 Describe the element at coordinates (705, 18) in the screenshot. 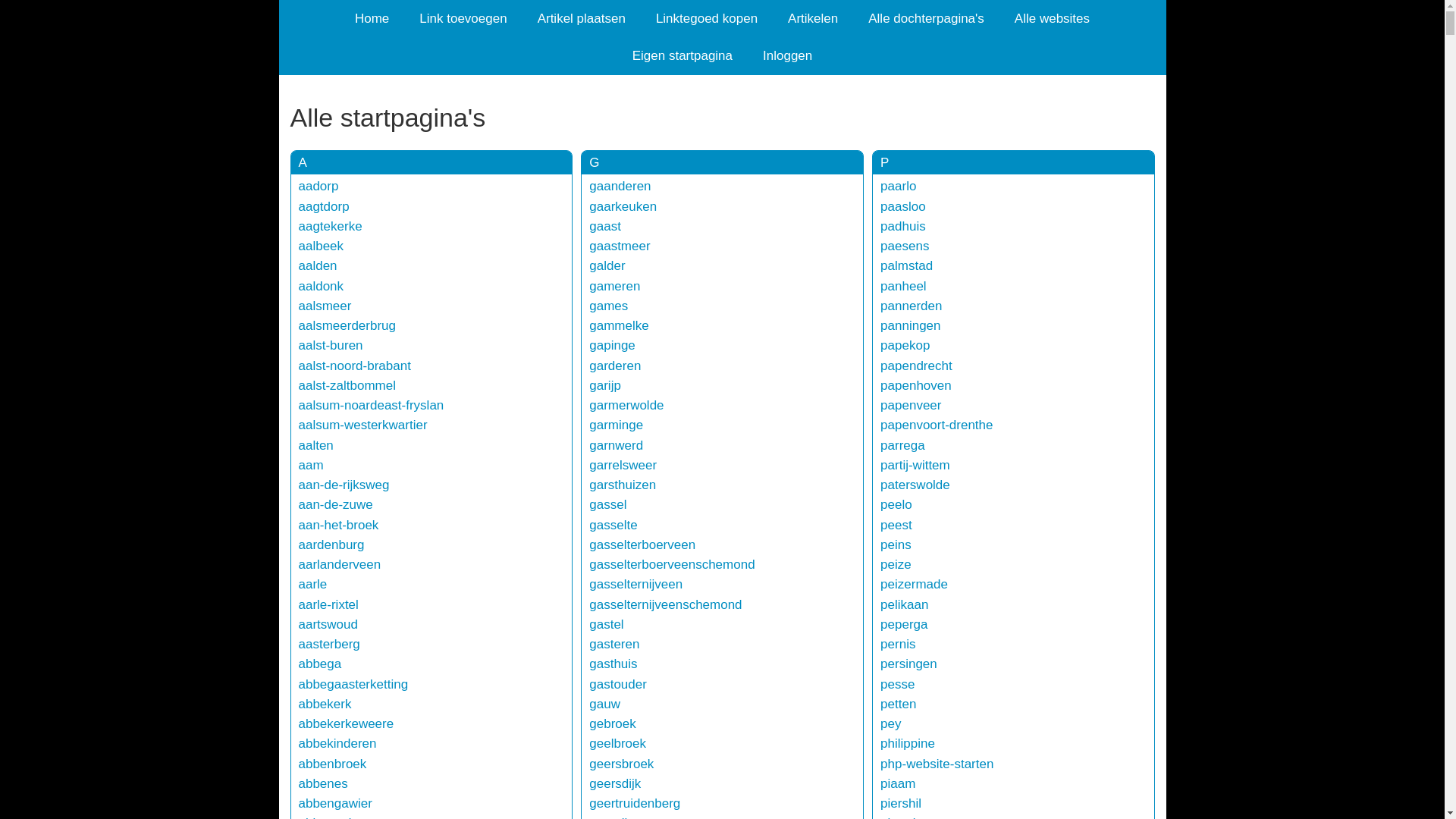

I see `'Linktegoed kopen'` at that location.